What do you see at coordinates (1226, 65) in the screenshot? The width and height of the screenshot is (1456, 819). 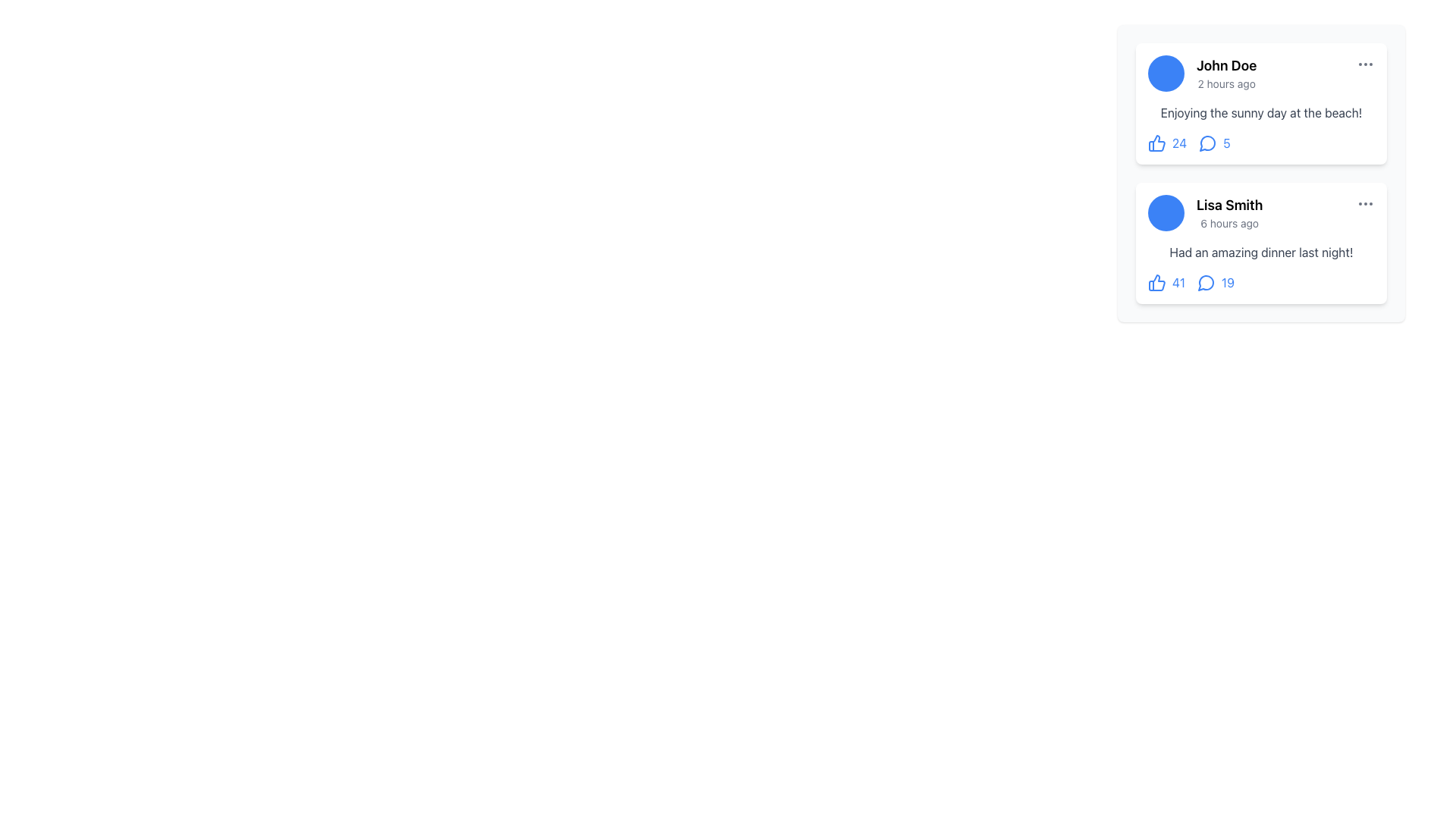 I see `the Text Label displaying 'John Doe', which is located at the top-left corner of the first card in a vertical list of user posts, above the subtext '2 hours ago'` at bounding box center [1226, 65].